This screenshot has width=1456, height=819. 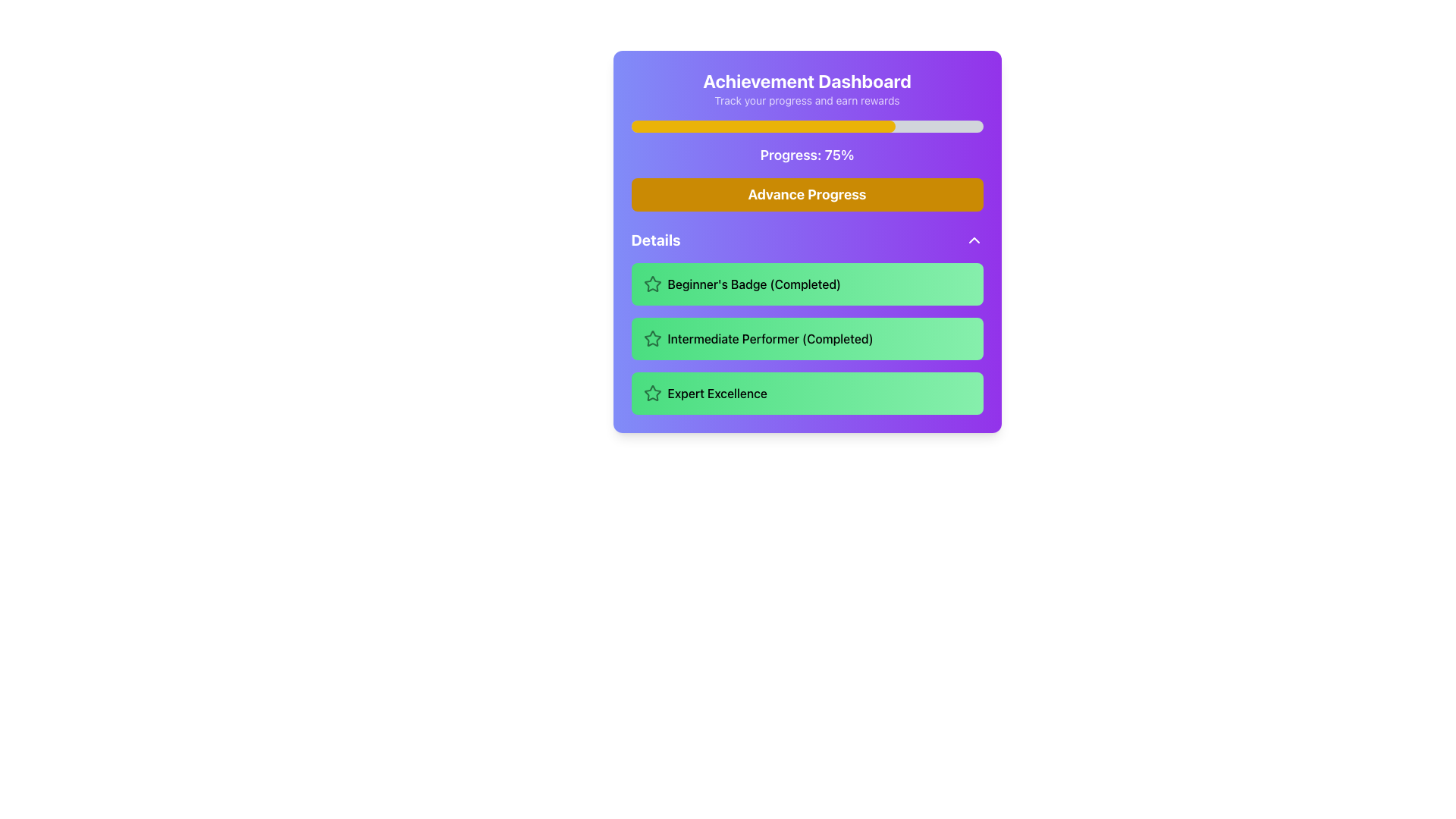 I want to click on the button situated beneath the 'Progress: 75%' bar and above the 'Details' section in the 'Achievement Dashboard', so click(x=806, y=194).